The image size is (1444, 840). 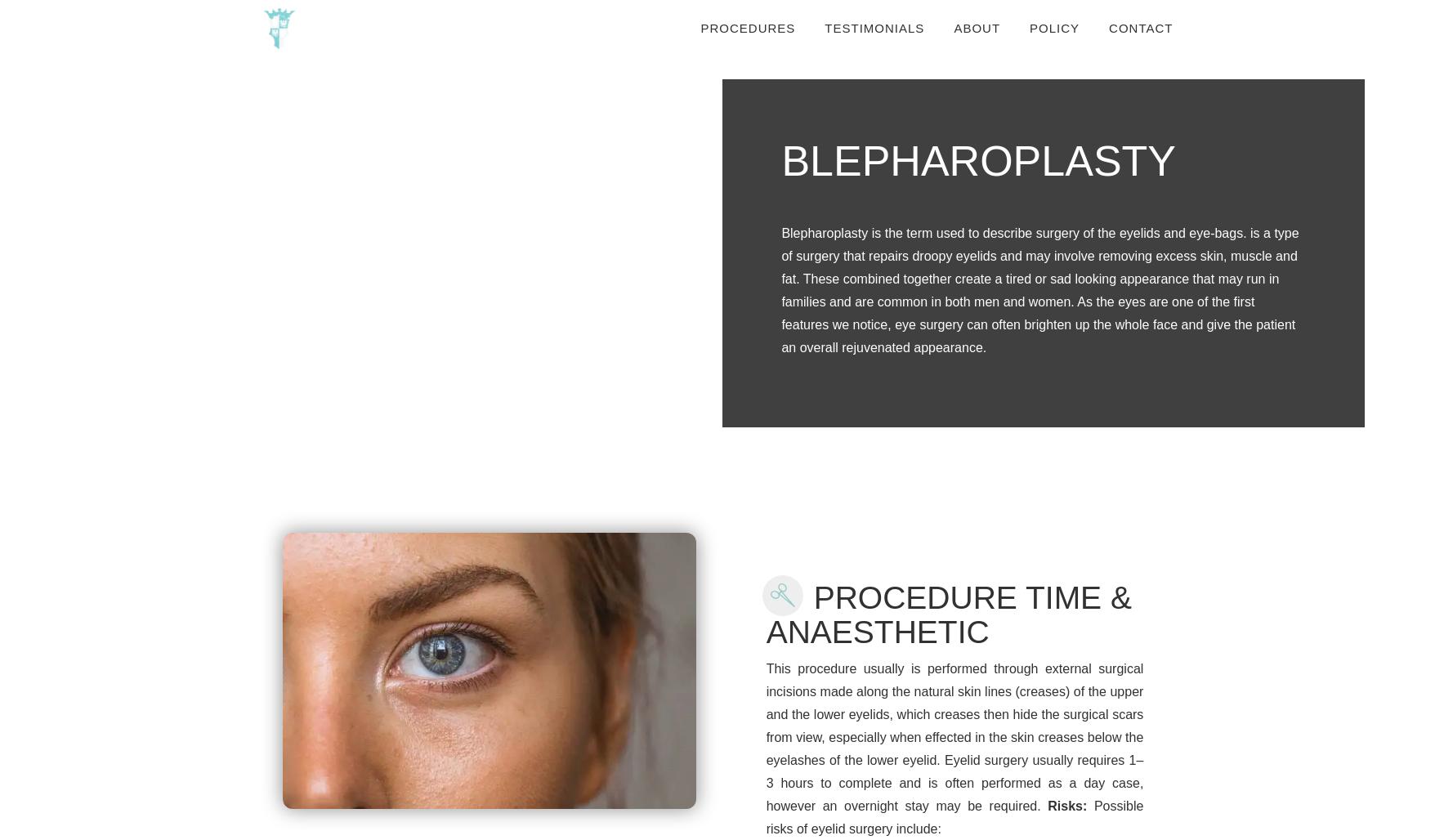 What do you see at coordinates (766, 815) in the screenshot?
I see `'Possible risks of eyelid surgery include:'` at bounding box center [766, 815].